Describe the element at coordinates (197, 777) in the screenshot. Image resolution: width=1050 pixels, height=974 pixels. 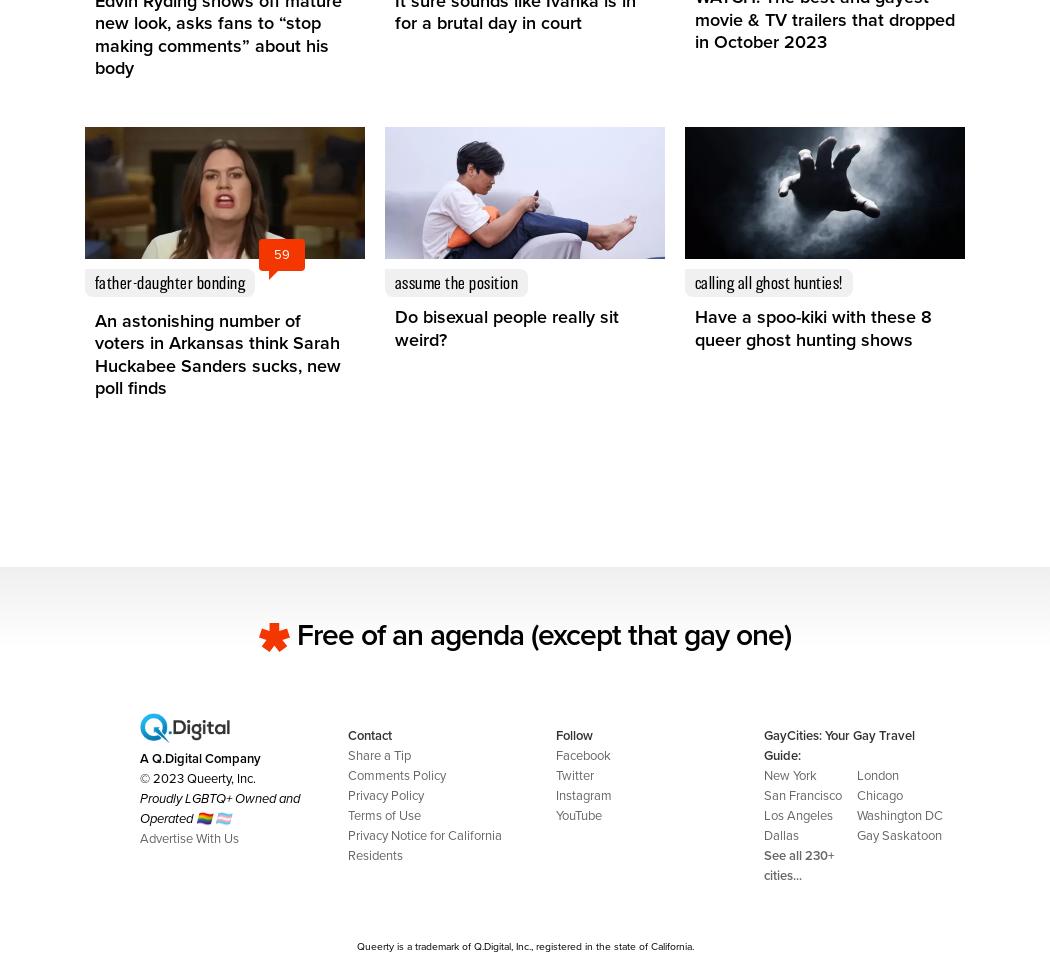
I see `'© 2023 Queerty, Inc.'` at that location.